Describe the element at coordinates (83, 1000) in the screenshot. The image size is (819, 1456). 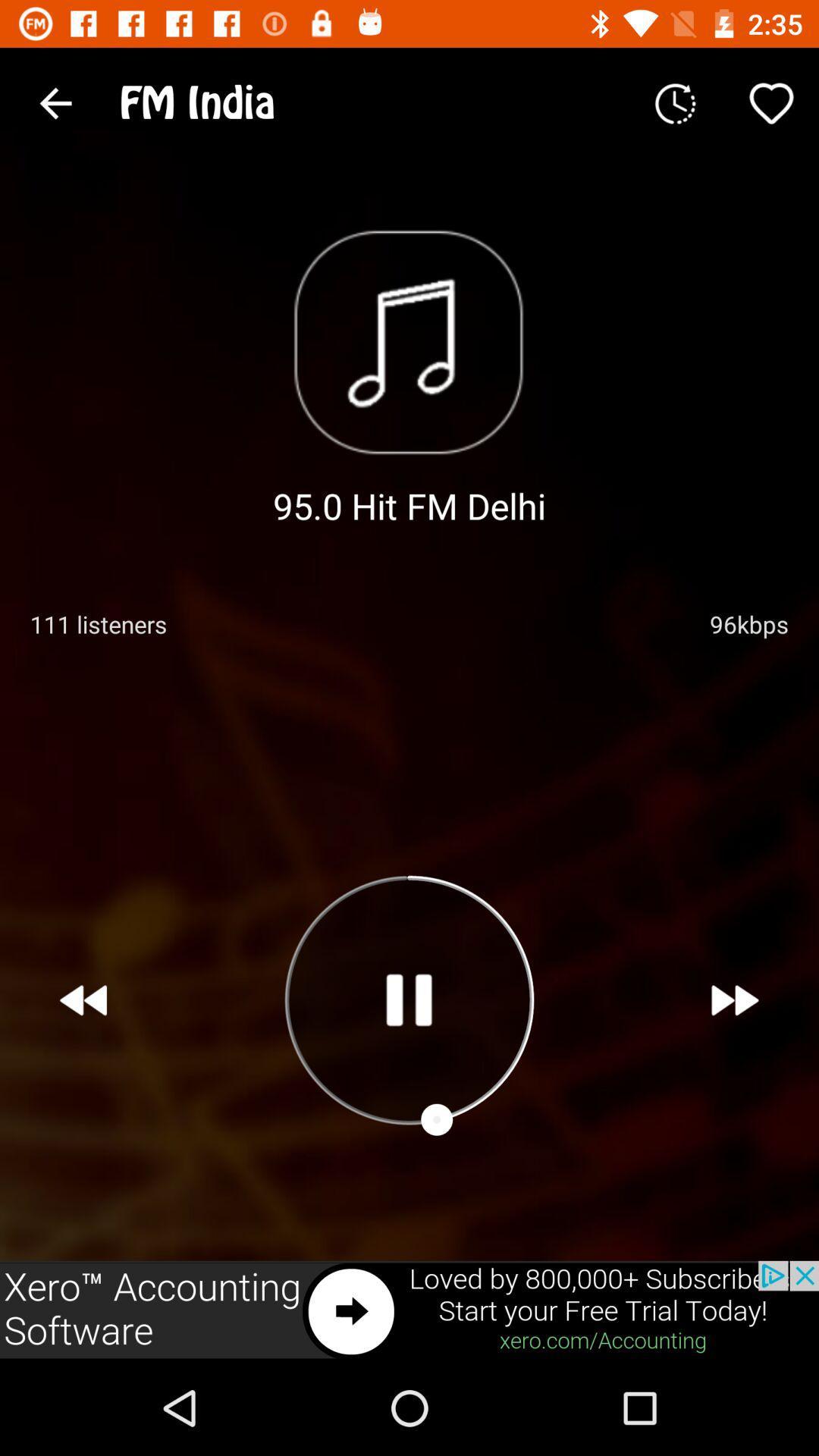
I see `previous` at that location.